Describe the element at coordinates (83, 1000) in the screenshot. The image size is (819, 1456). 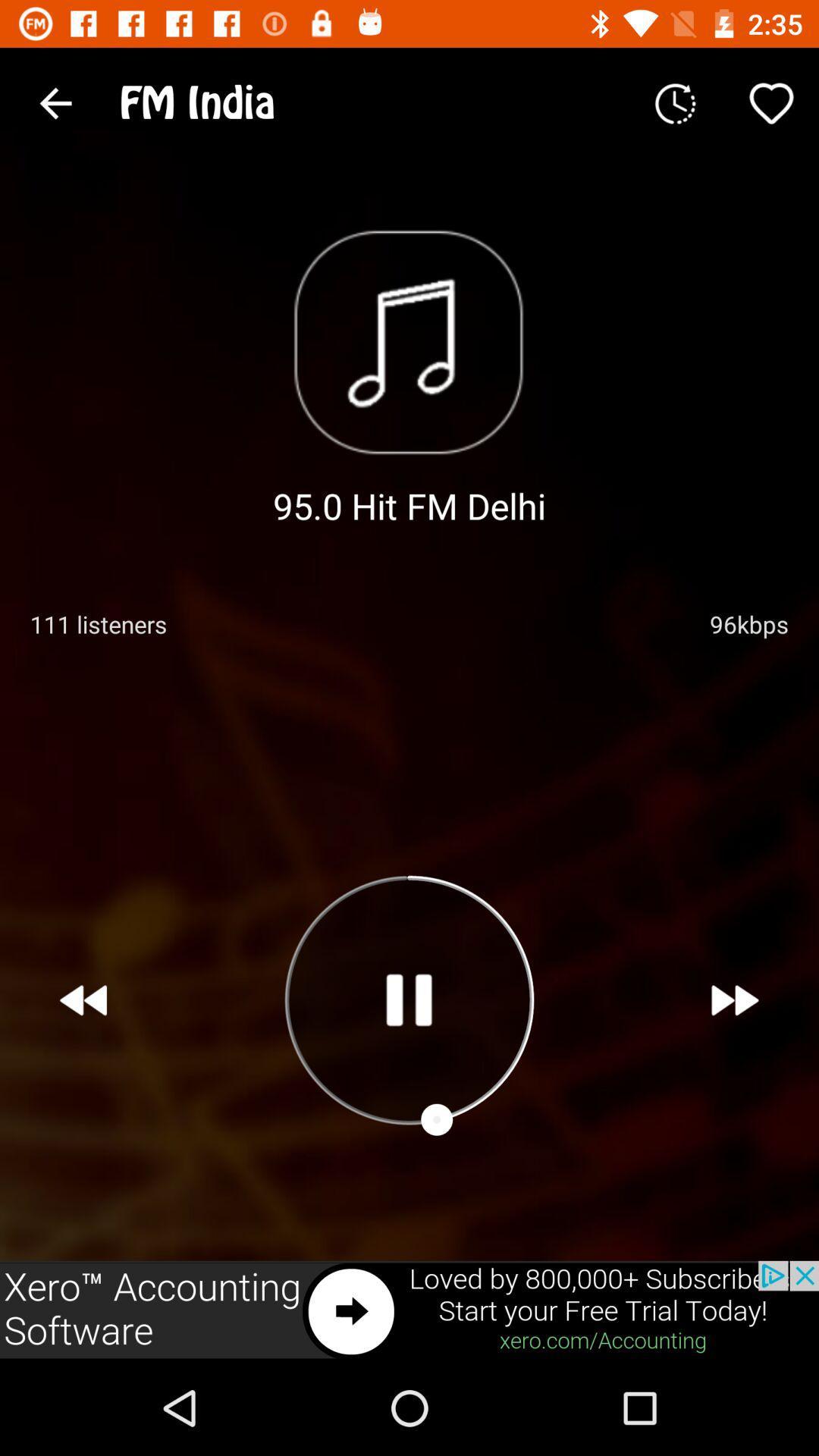
I see `previous` at that location.